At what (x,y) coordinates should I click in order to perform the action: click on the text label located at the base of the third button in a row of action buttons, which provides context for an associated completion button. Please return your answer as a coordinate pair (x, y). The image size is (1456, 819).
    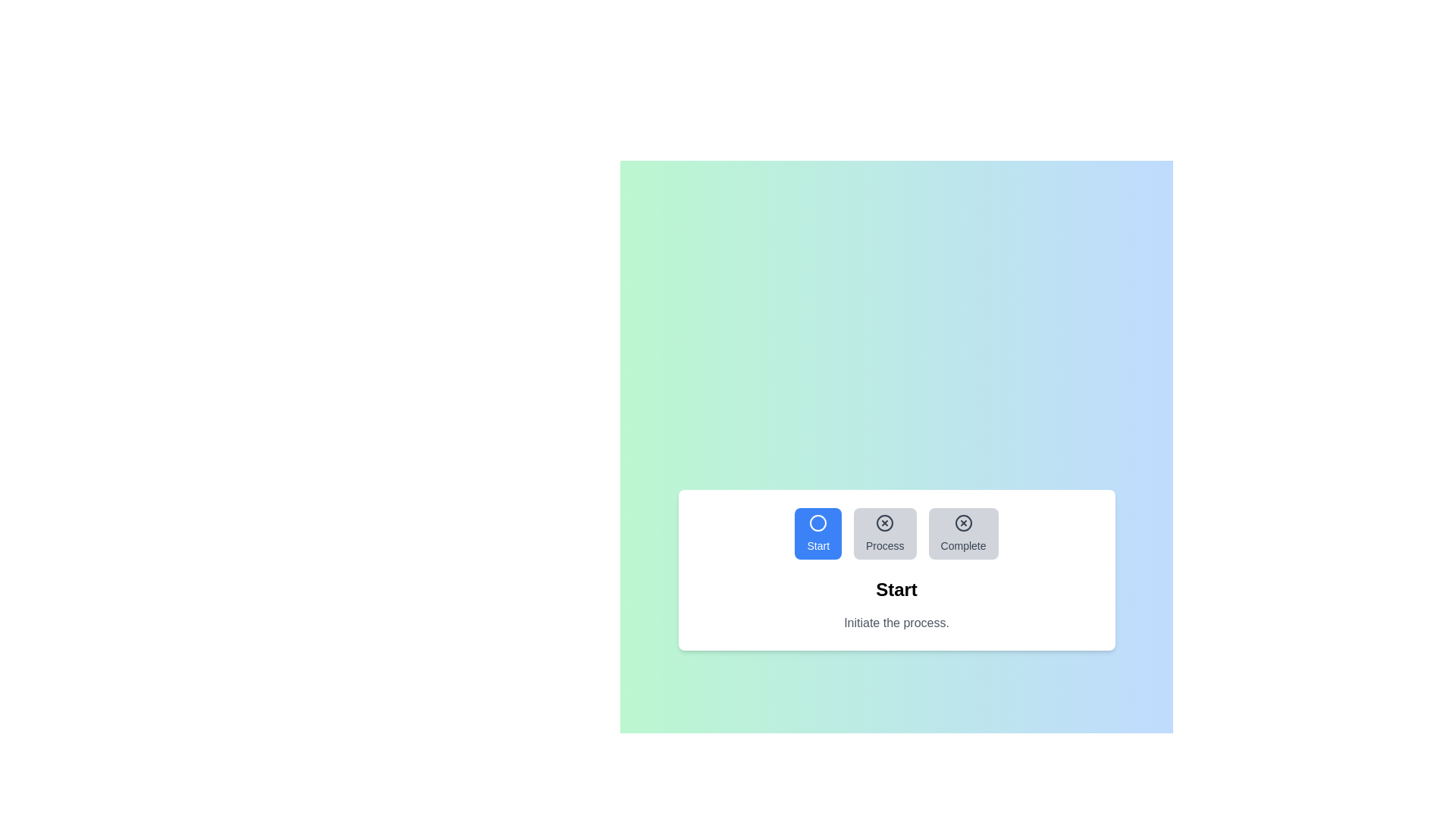
    Looking at the image, I should click on (962, 546).